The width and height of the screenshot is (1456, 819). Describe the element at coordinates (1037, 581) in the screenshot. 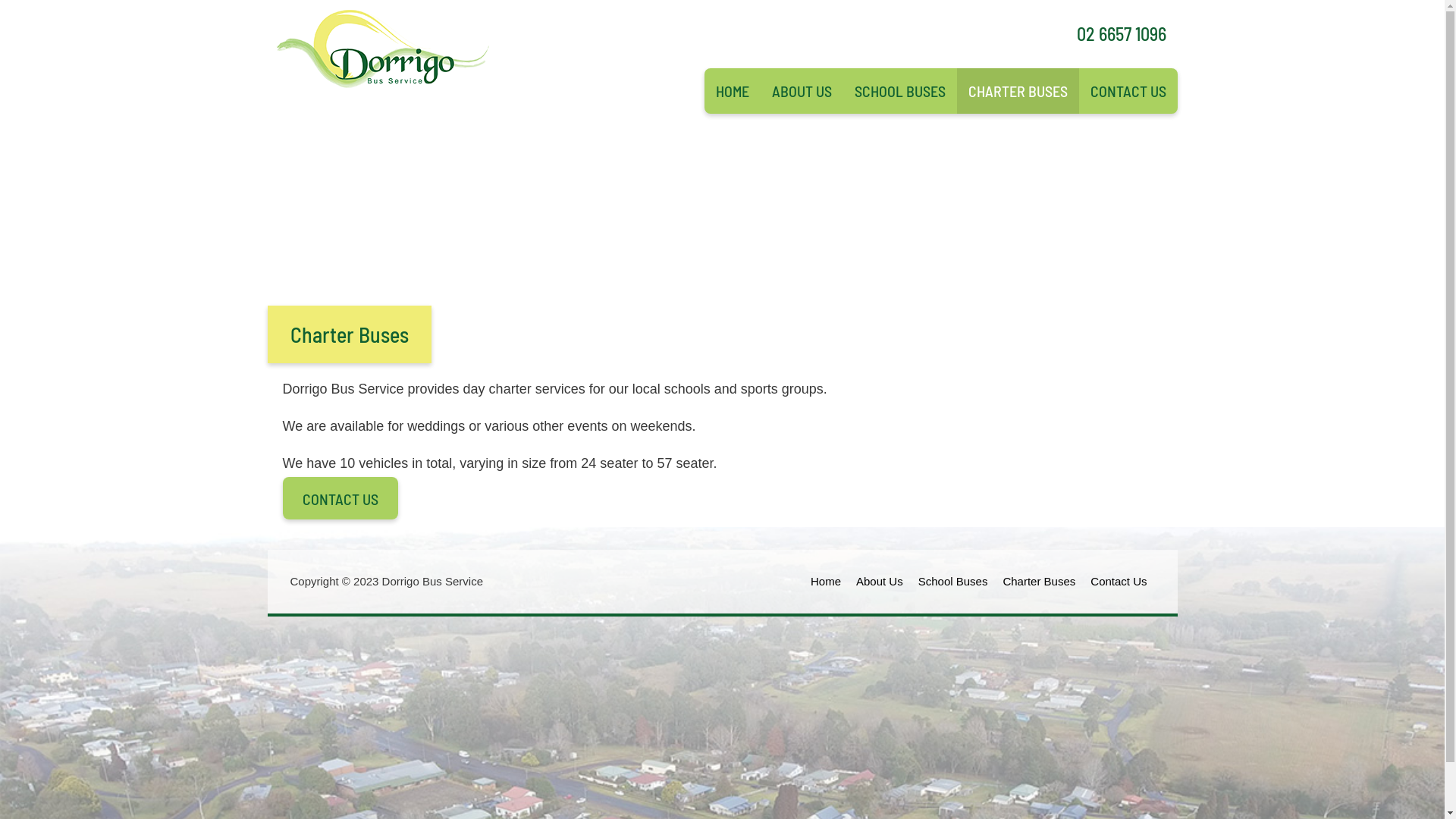

I see `'Charter Buses'` at that location.